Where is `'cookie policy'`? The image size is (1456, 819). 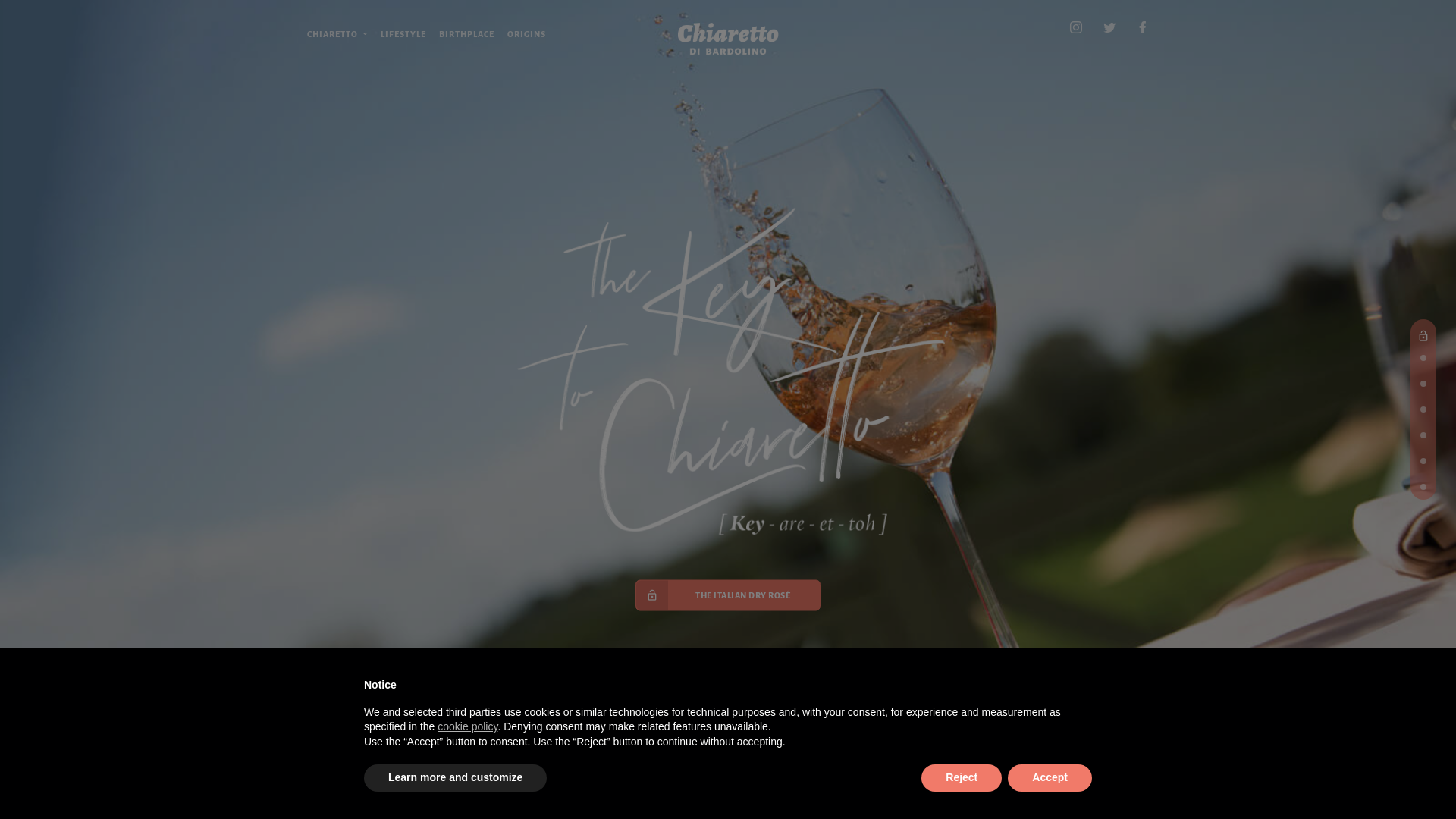 'cookie policy' is located at coordinates (466, 725).